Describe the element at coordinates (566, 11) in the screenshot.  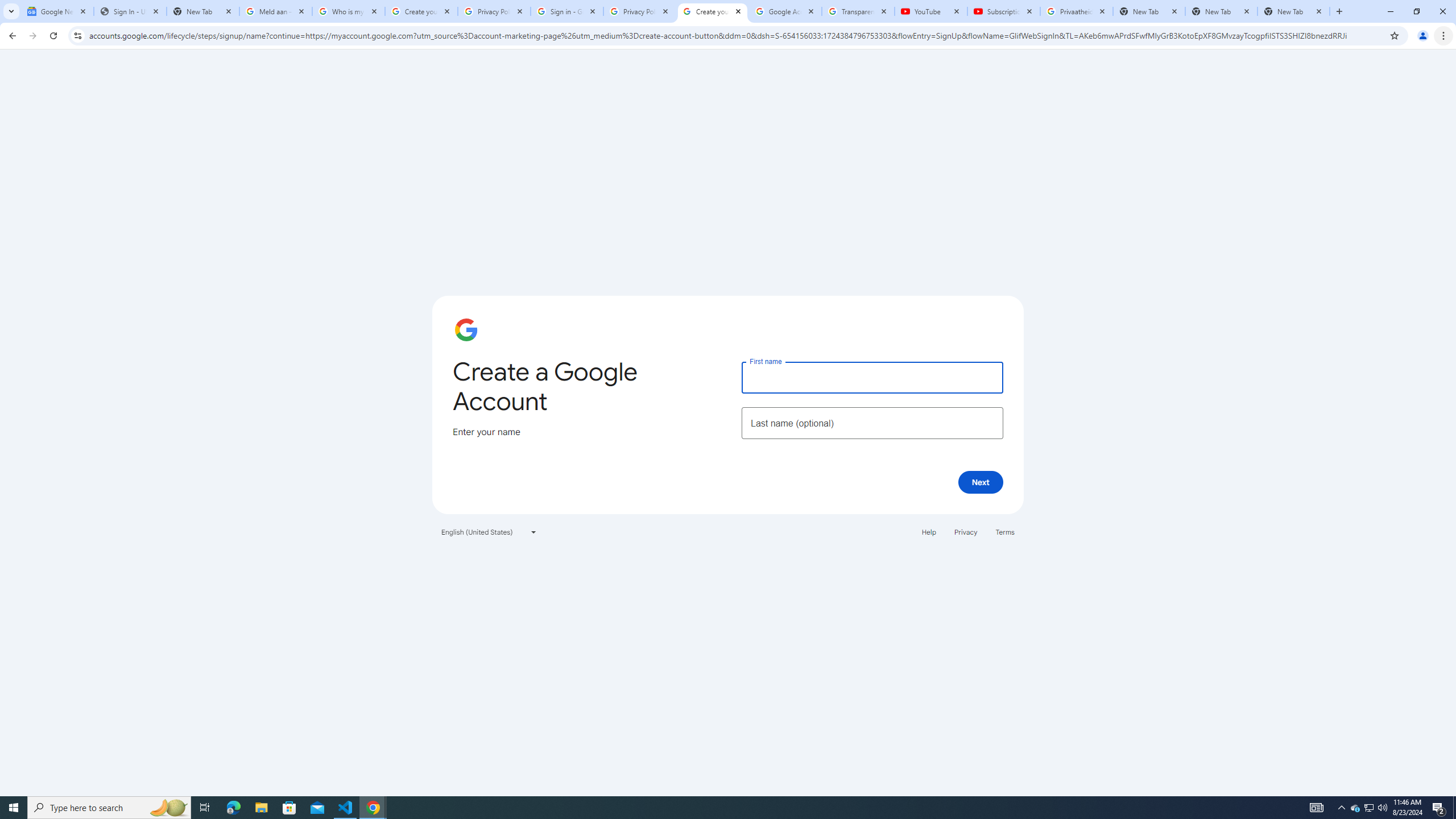
I see `'Sign in - Google Accounts'` at that location.